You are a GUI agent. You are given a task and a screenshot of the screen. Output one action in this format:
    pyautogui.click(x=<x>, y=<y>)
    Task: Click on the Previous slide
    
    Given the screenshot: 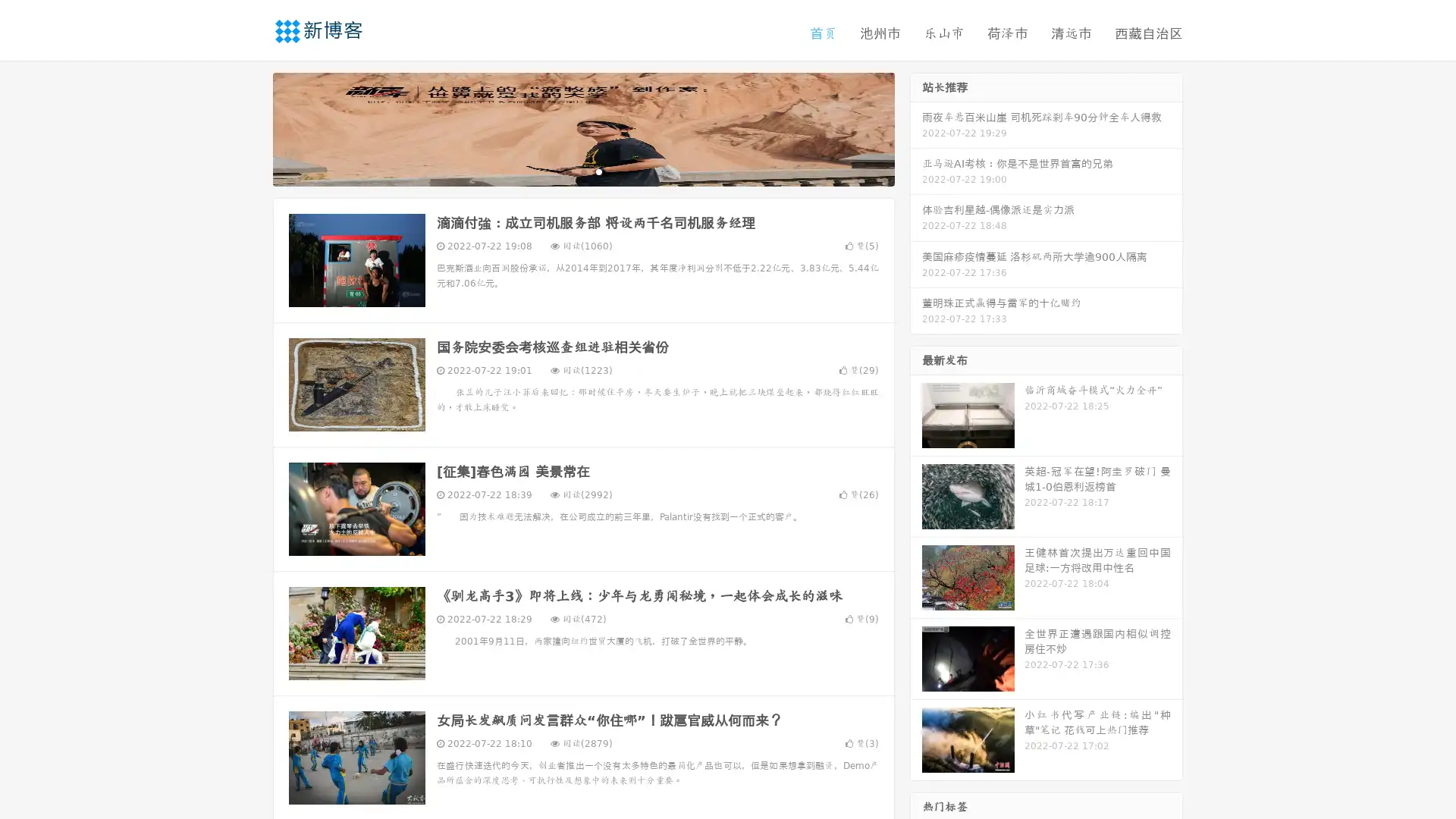 What is the action you would take?
    pyautogui.click(x=250, y=127)
    